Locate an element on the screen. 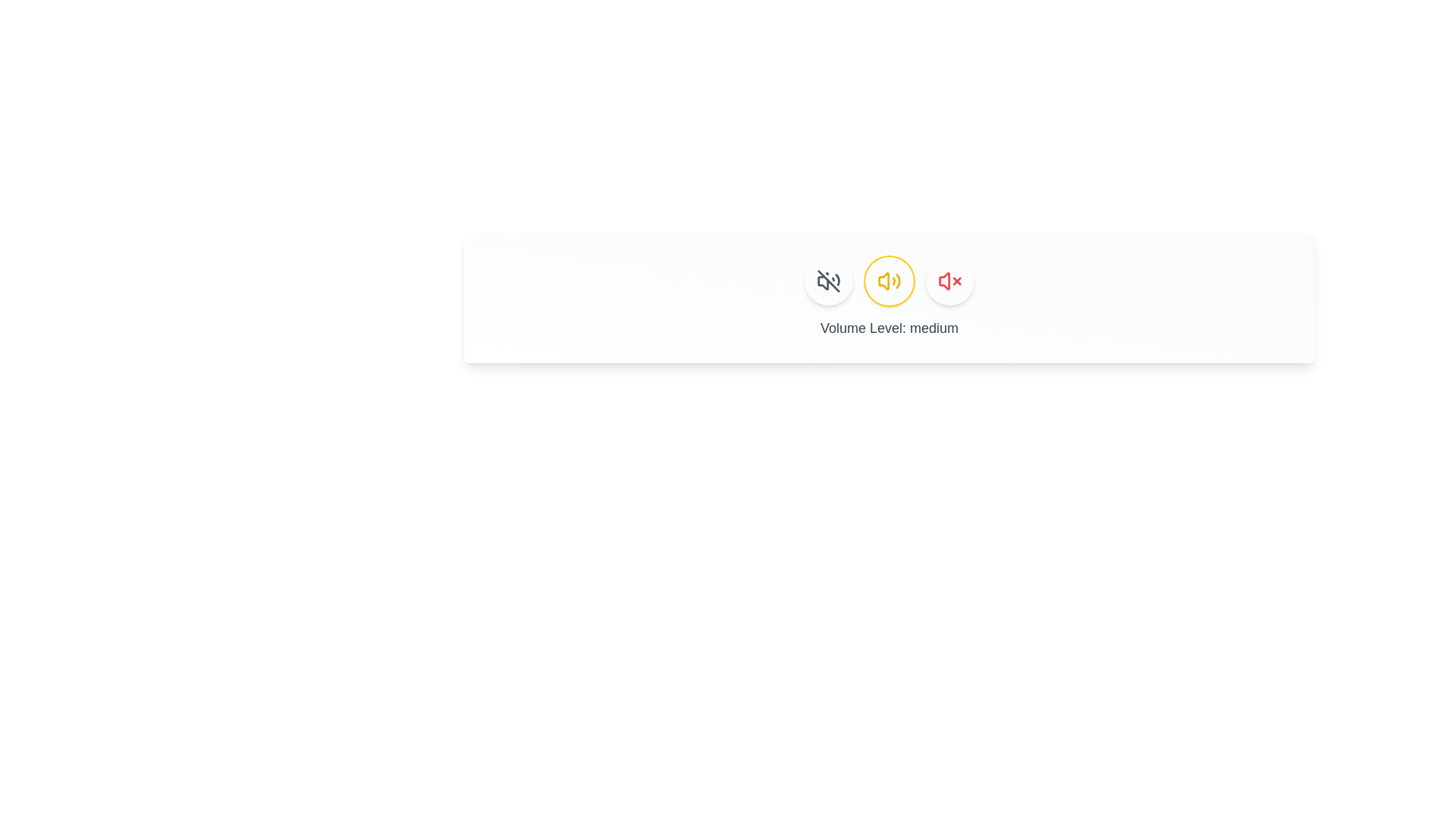  the button corresponding to medium to observe hover effects is located at coordinates (889, 281).